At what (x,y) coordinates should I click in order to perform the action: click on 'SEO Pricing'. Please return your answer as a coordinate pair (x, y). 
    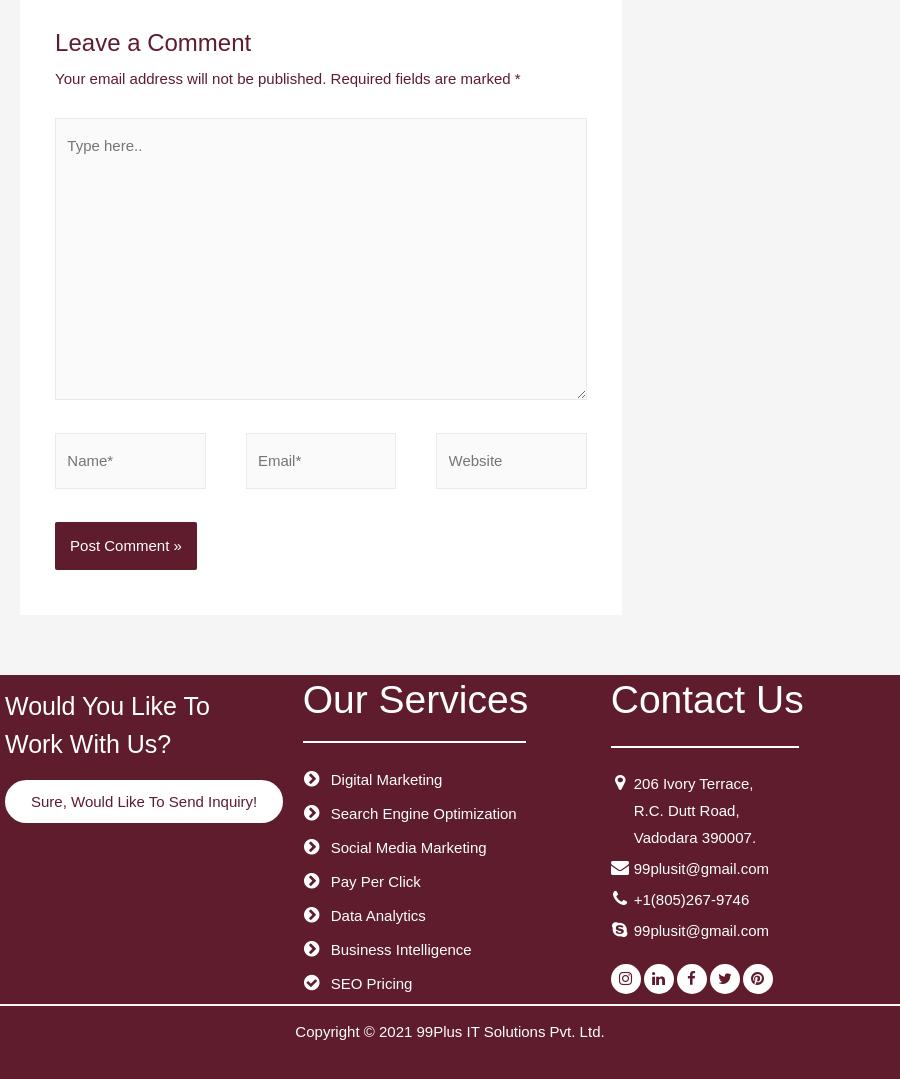
    Looking at the image, I should click on (370, 981).